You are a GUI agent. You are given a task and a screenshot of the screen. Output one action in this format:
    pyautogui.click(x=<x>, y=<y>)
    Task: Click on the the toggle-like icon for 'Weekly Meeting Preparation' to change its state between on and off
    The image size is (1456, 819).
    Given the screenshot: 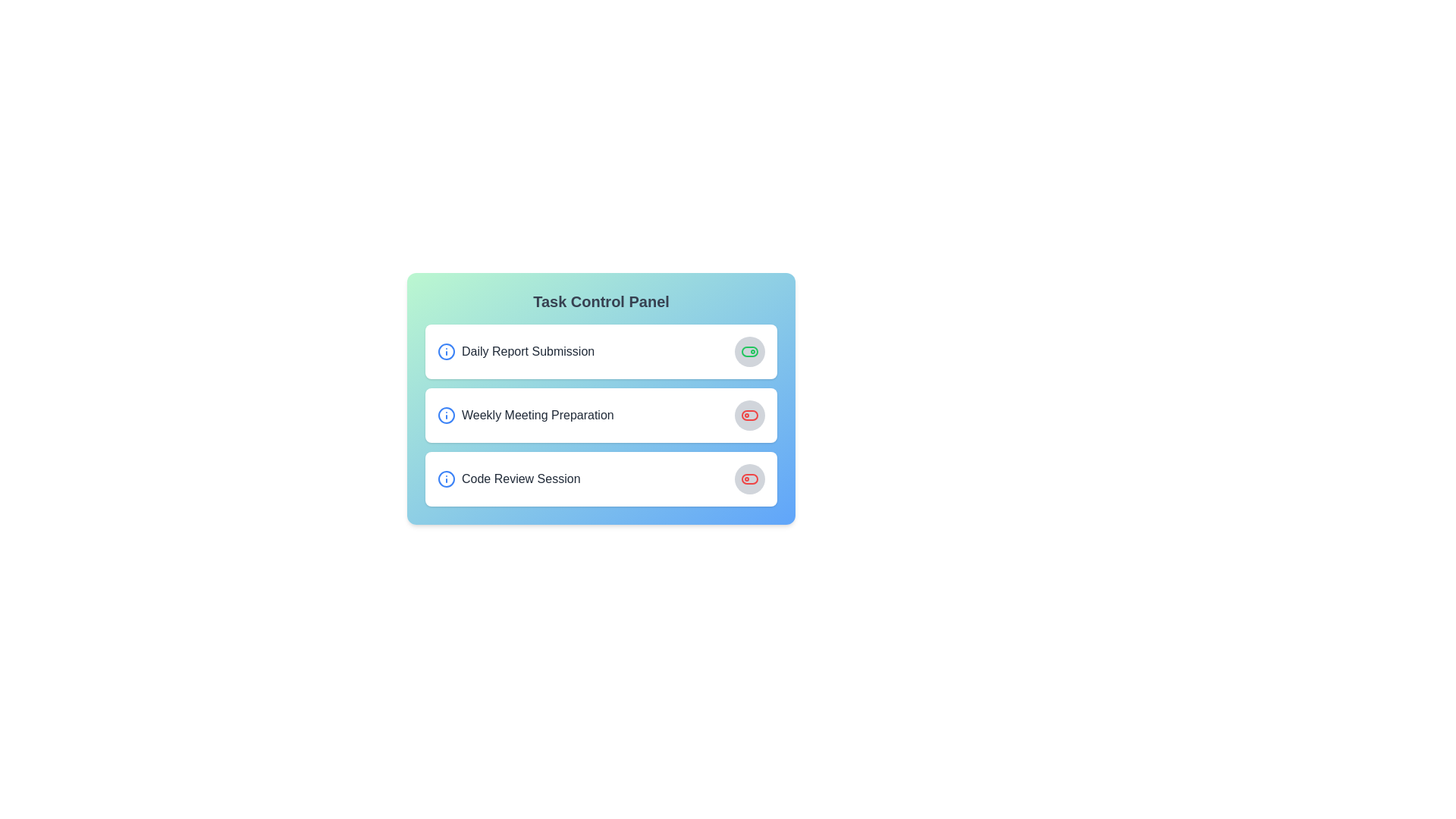 What is the action you would take?
    pyautogui.click(x=749, y=415)
    